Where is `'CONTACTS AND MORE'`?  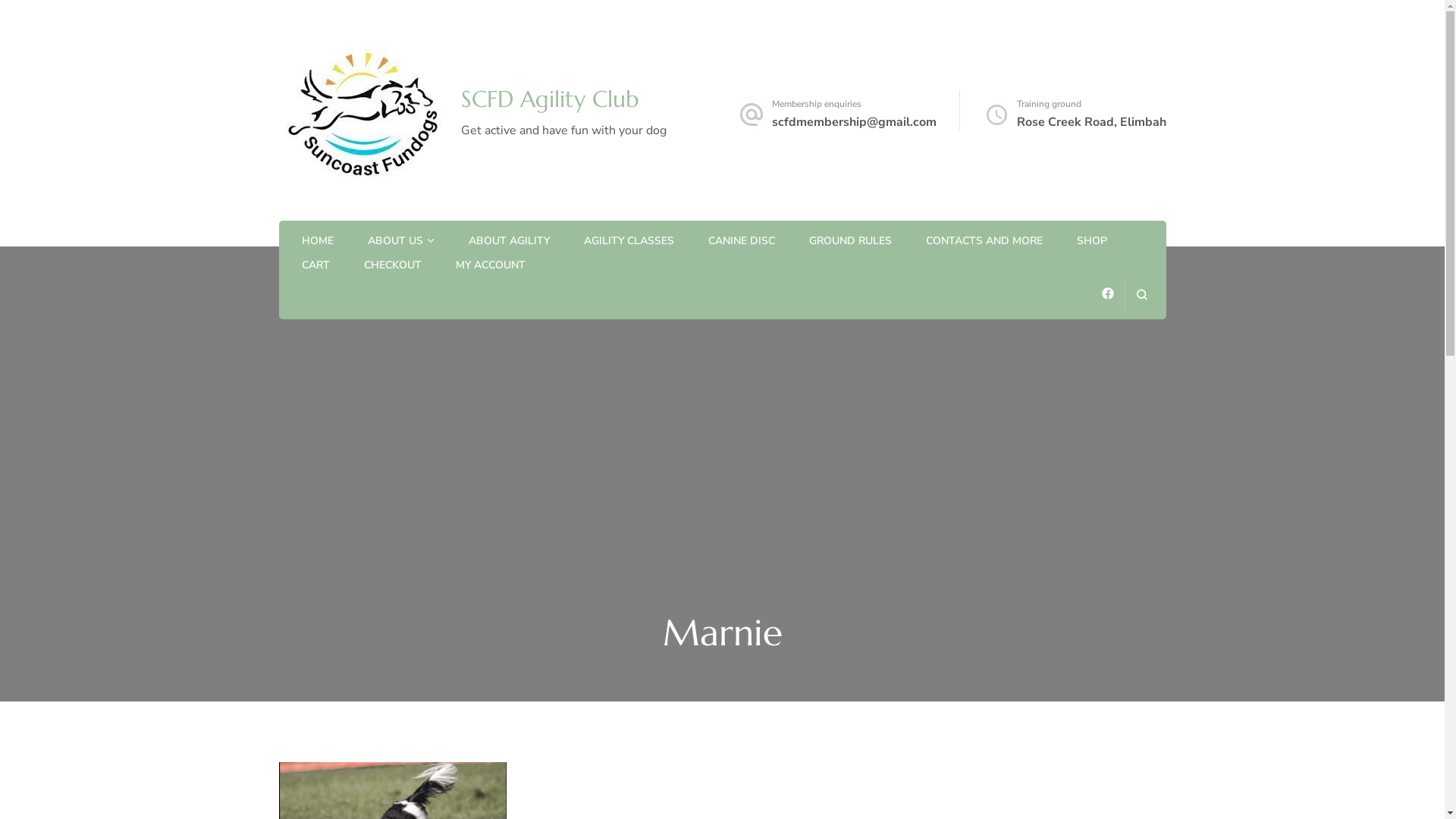
'CONTACTS AND MORE' is located at coordinates (983, 241).